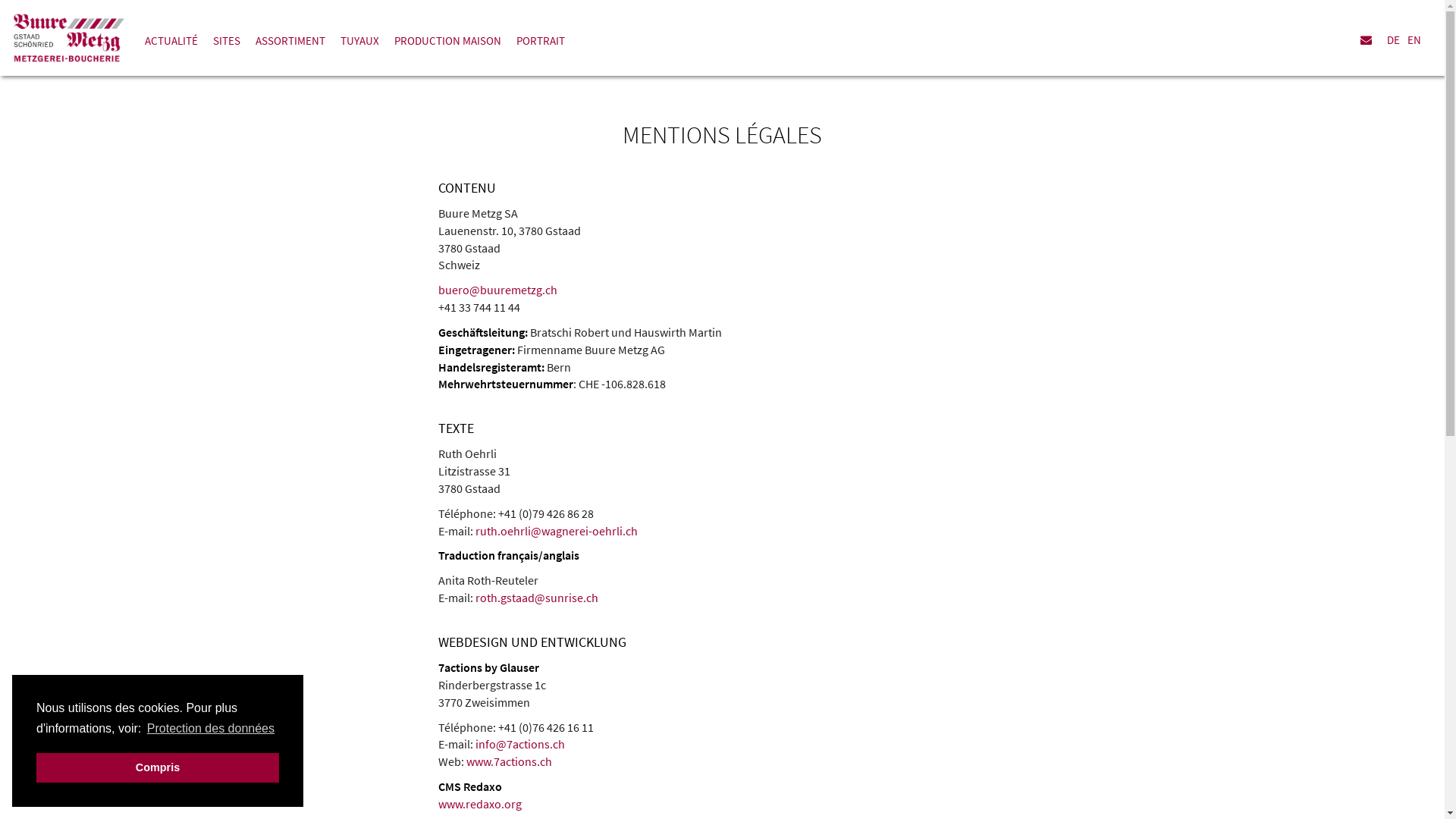  Describe the element at coordinates (519, 742) in the screenshot. I see `'info@7actions.ch'` at that location.